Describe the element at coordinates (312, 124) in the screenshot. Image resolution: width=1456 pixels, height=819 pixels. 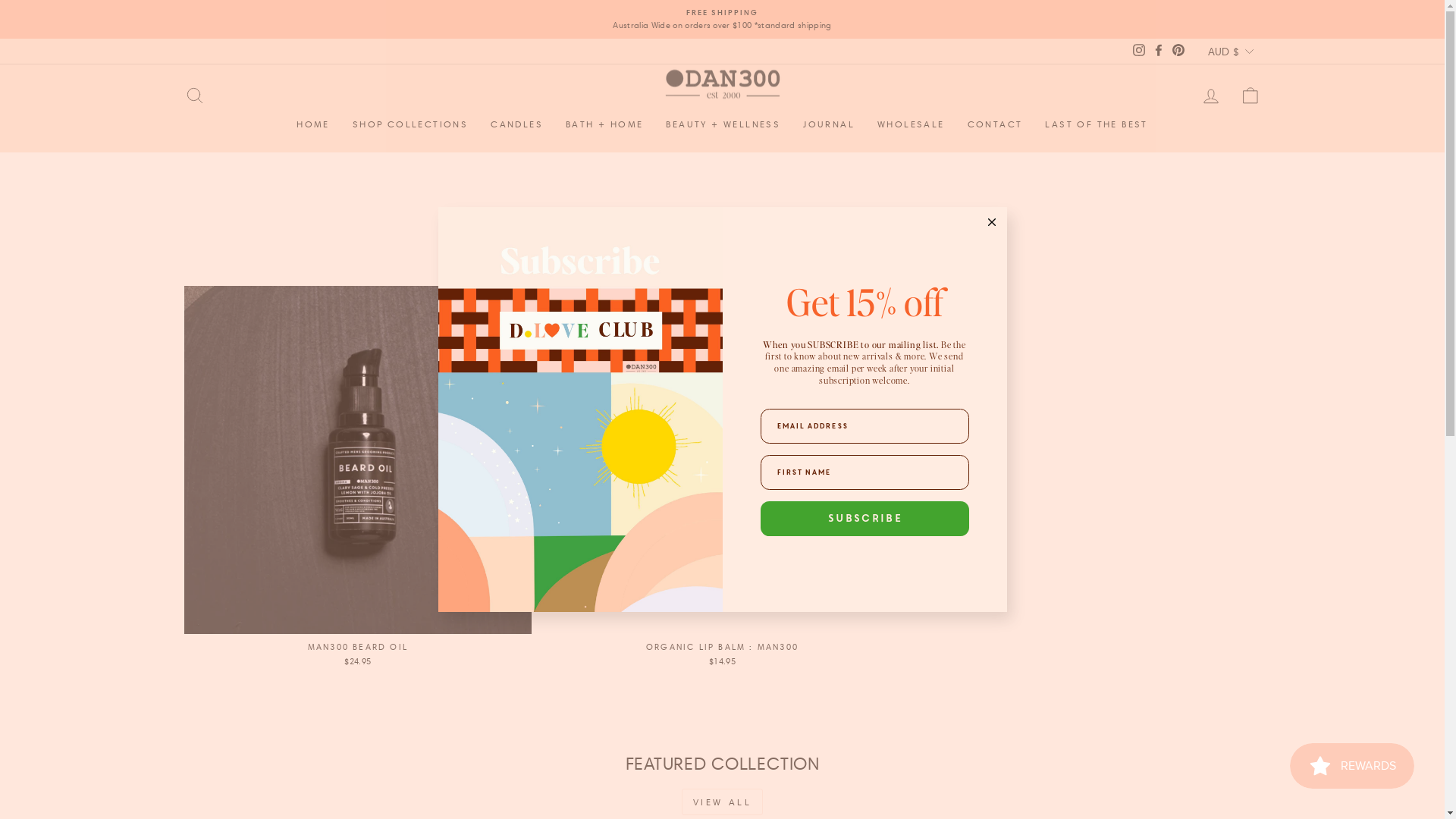
I see `'HOME'` at that location.